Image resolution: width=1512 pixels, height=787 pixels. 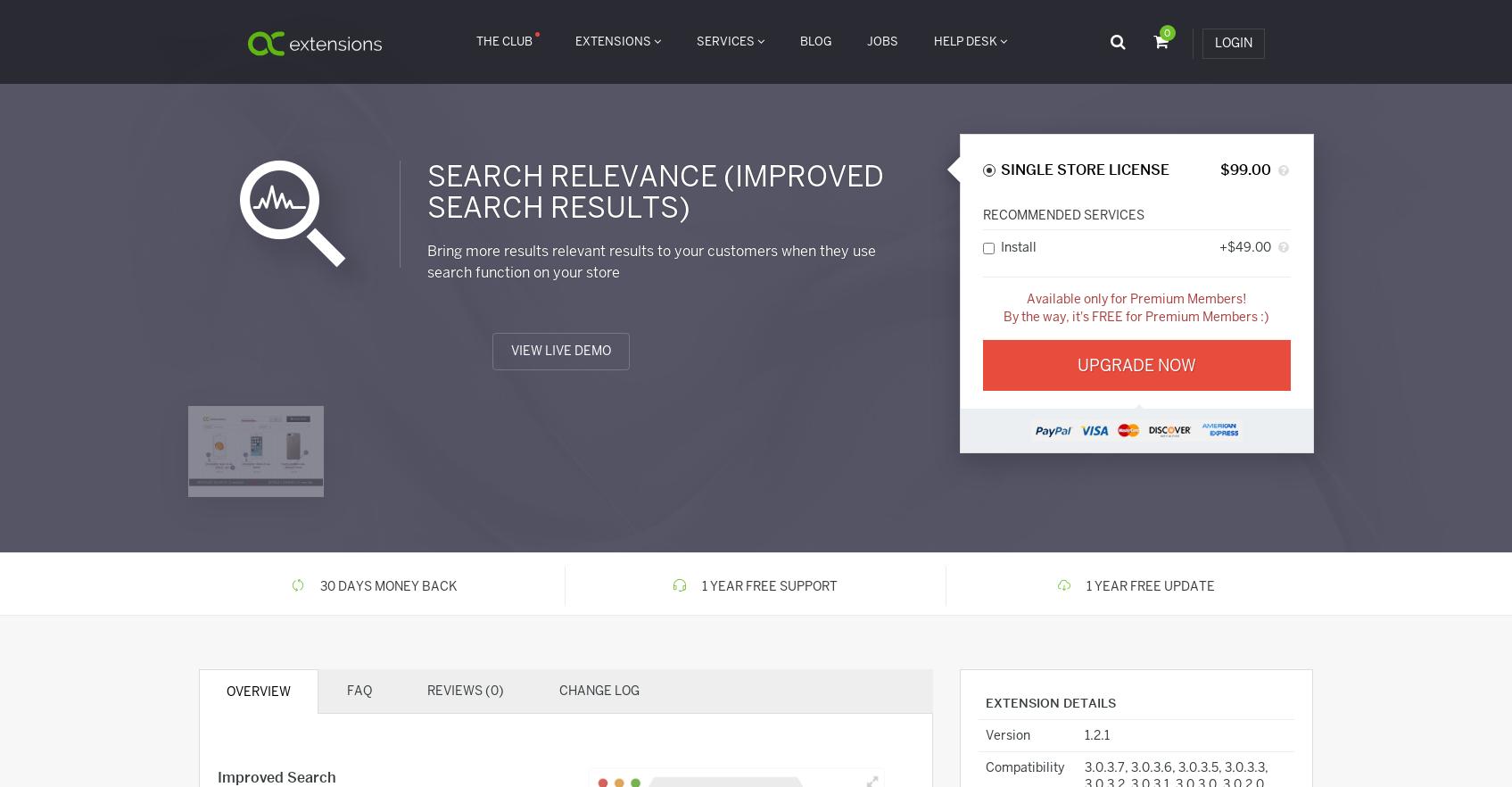 What do you see at coordinates (464, 690) in the screenshot?
I see `'Reviews (0)'` at bounding box center [464, 690].